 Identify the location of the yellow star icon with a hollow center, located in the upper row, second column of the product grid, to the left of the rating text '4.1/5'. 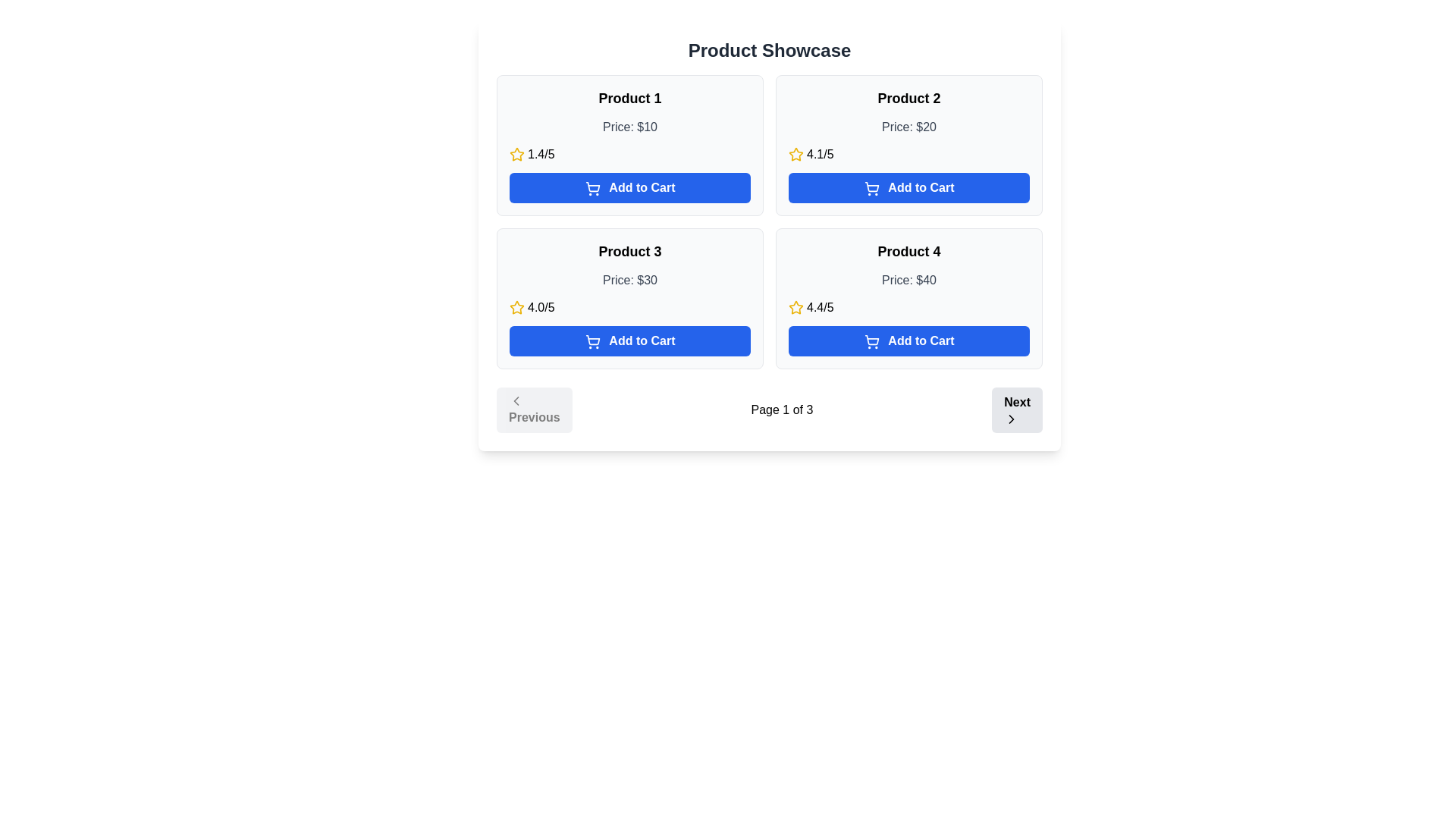
(795, 155).